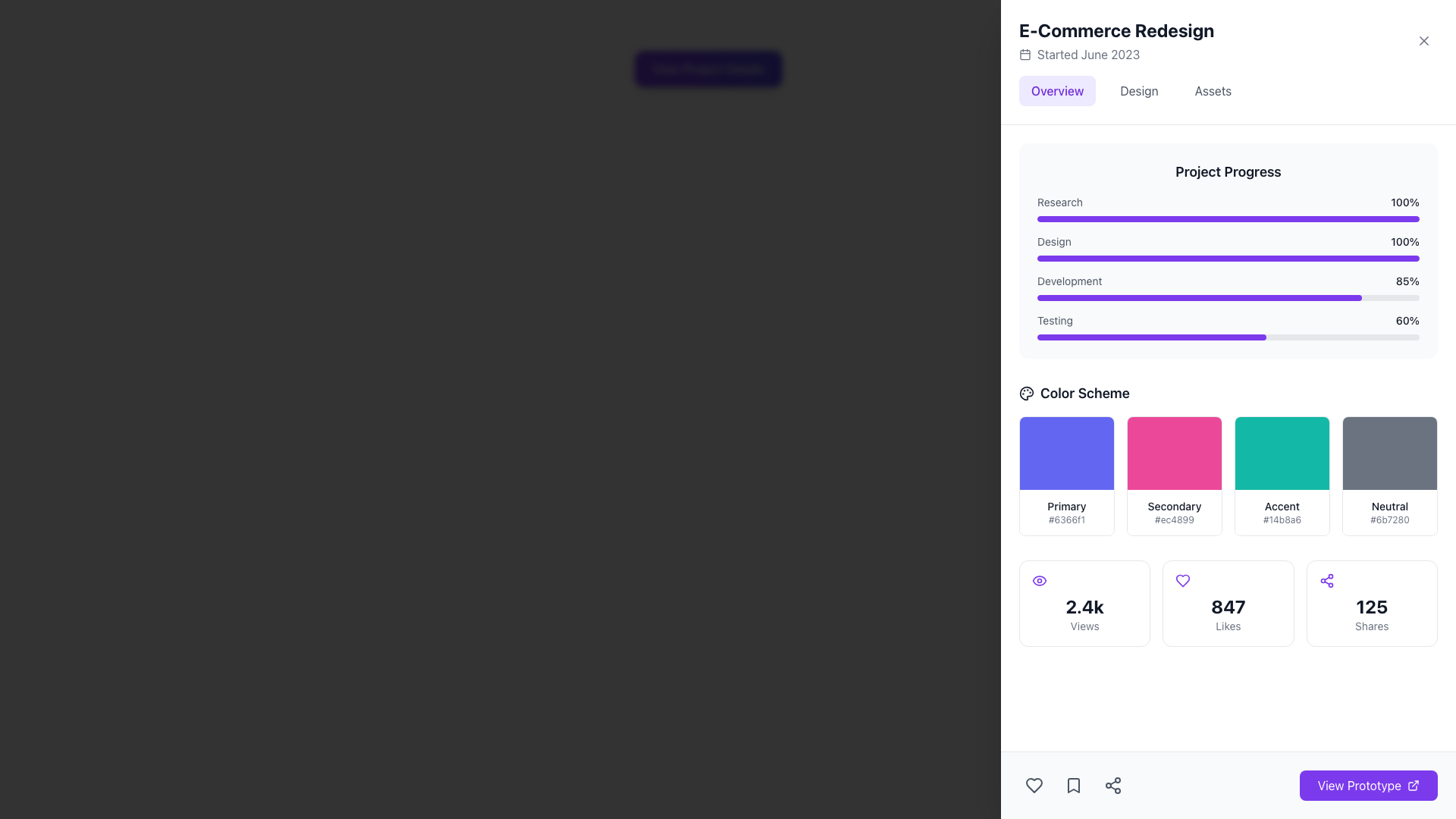  Describe the element at coordinates (1228, 208) in the screenshot. I see `percentage text associated with the first progress bar under the 'Project Progress' header, which visually represents the completion of the research aspect of the project` at that location.